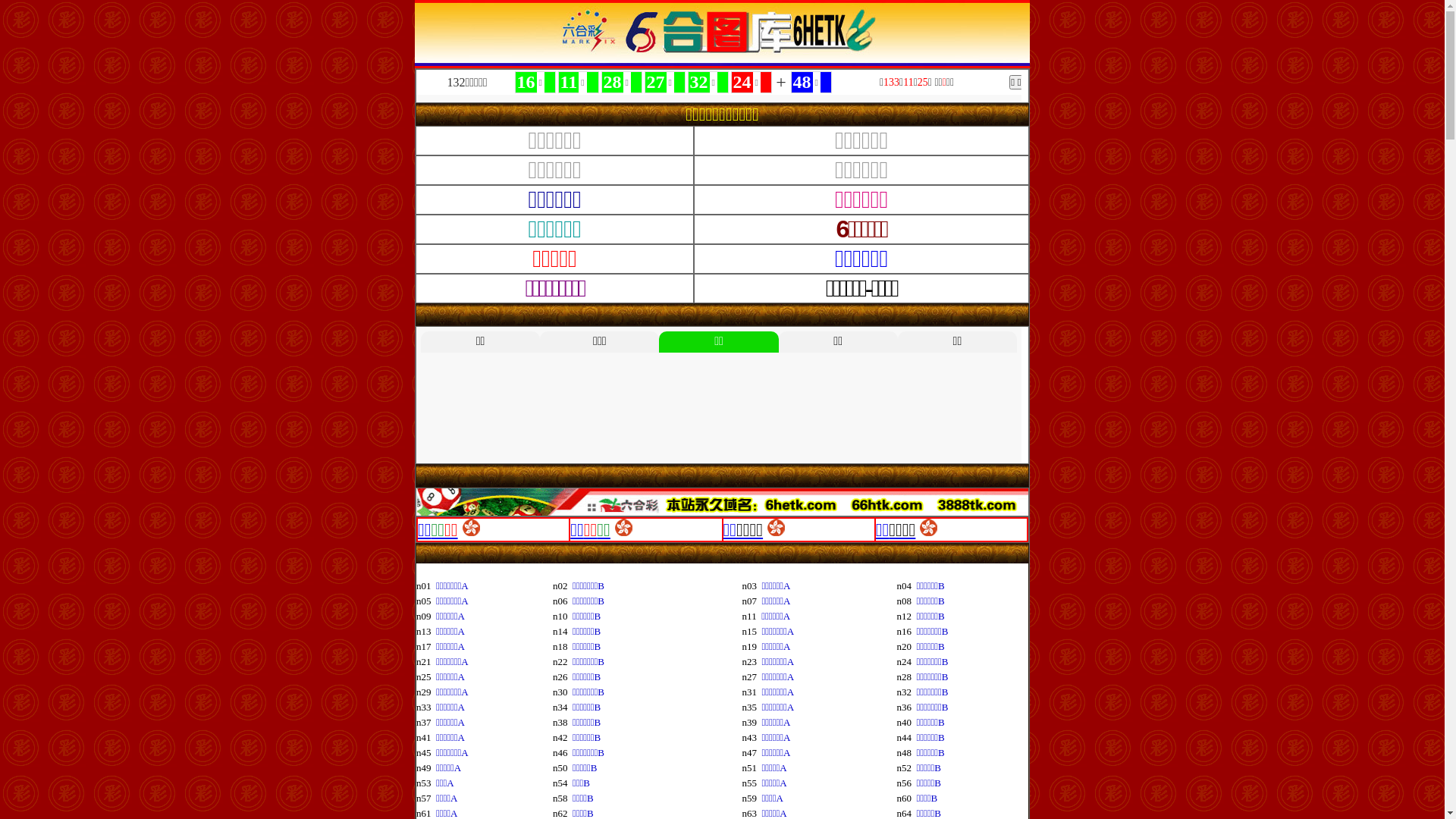  Describe the element at coordinates (906, 661) in the screenshot. I see `'n24 '` at that location.